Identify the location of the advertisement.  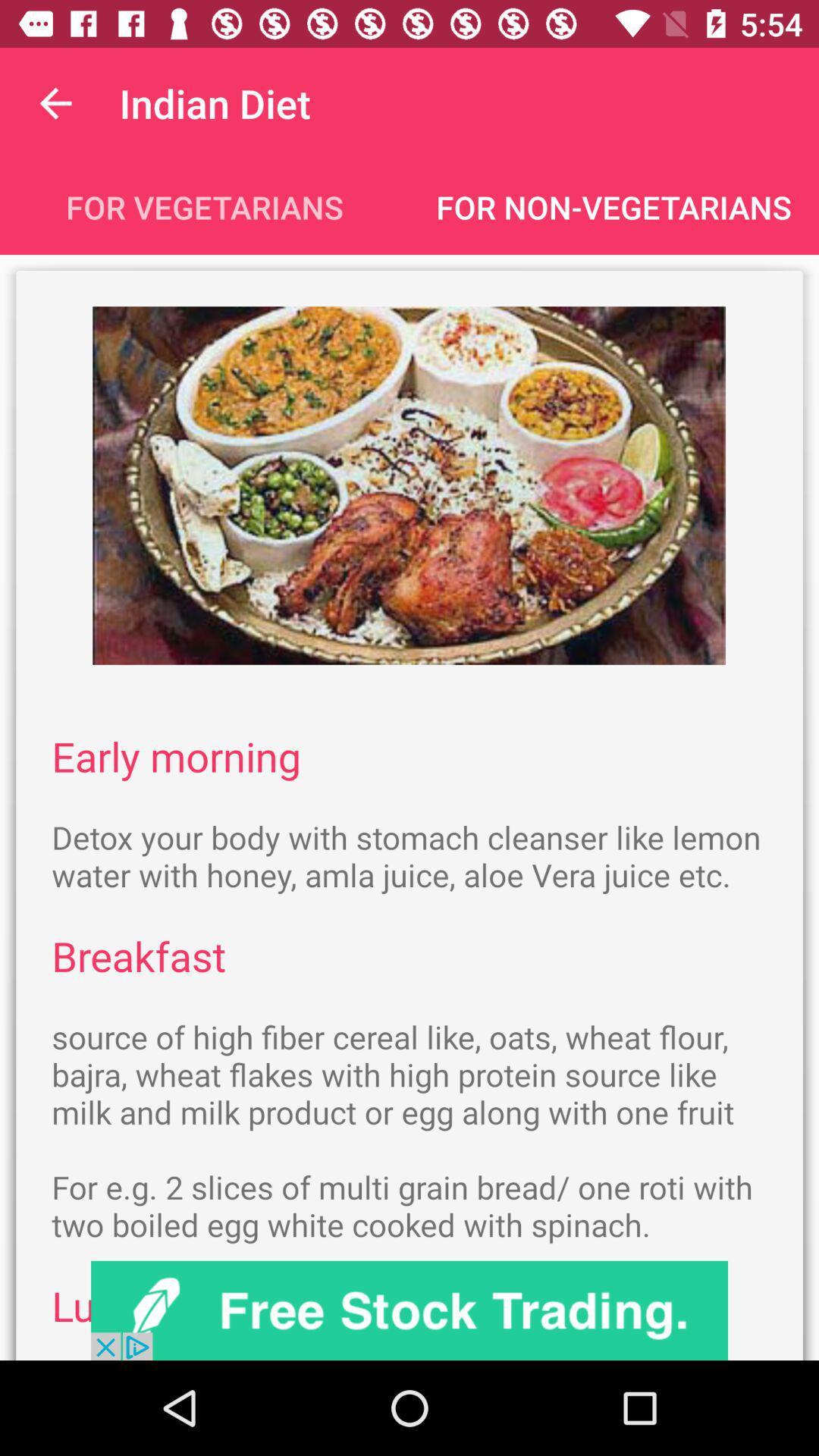
(409, 1310).